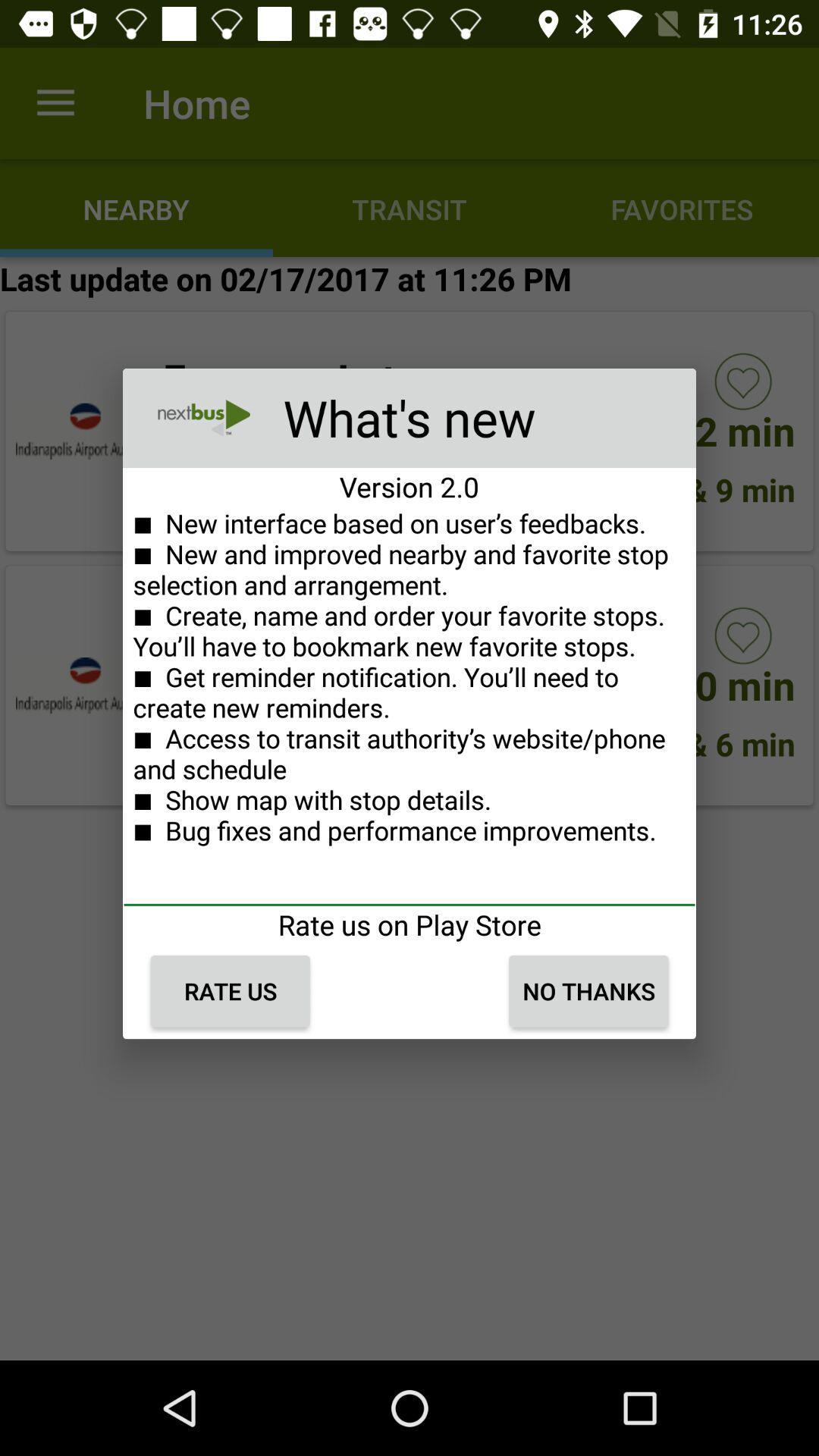  Describe the element at coordinates (588, 991) in the screenshot. I see `the no thanks at the bottom right corner` at that location.